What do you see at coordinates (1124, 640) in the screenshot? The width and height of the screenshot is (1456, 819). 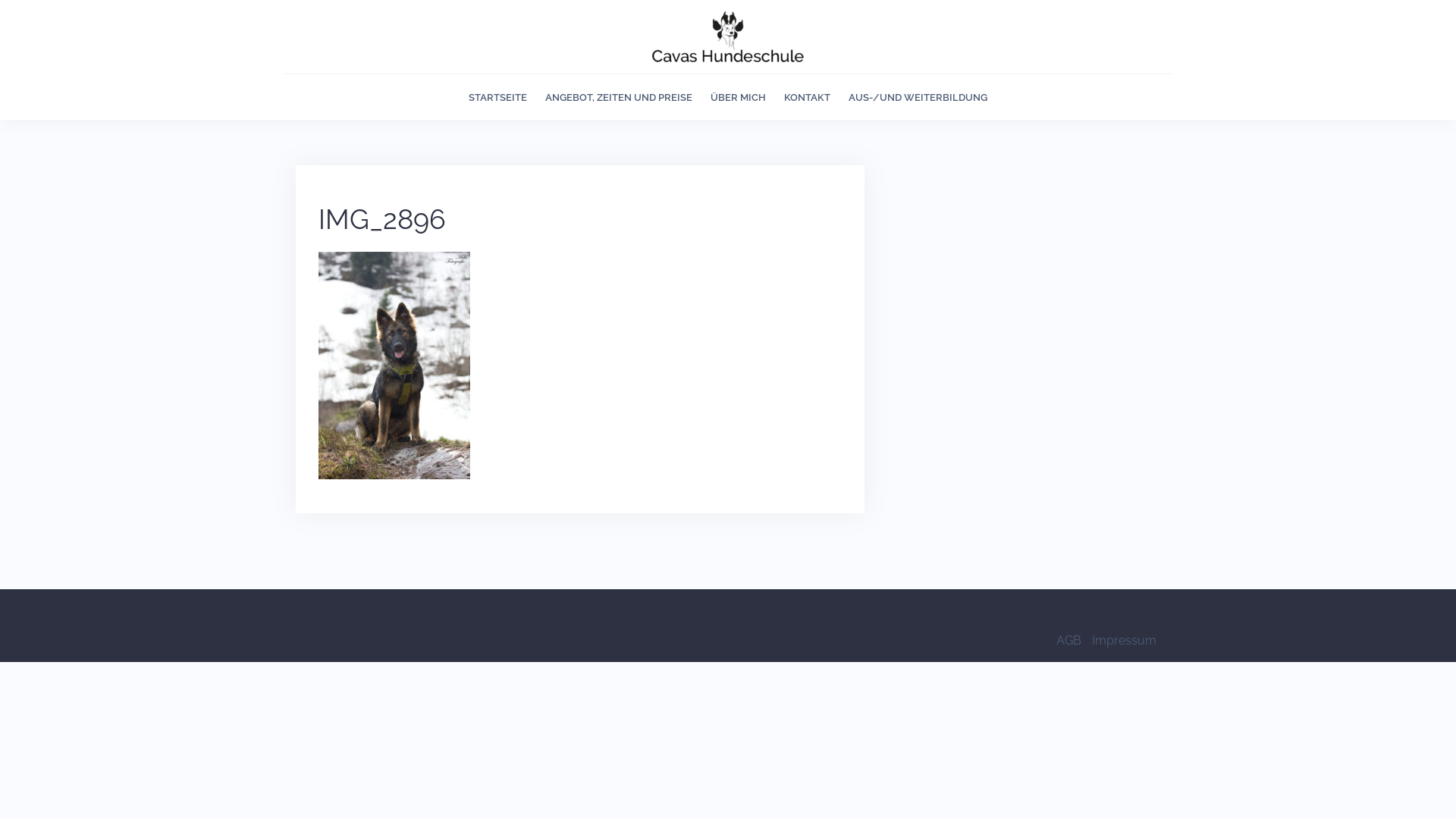 I see `'Impressum'` at bounding box center [1124, 640].